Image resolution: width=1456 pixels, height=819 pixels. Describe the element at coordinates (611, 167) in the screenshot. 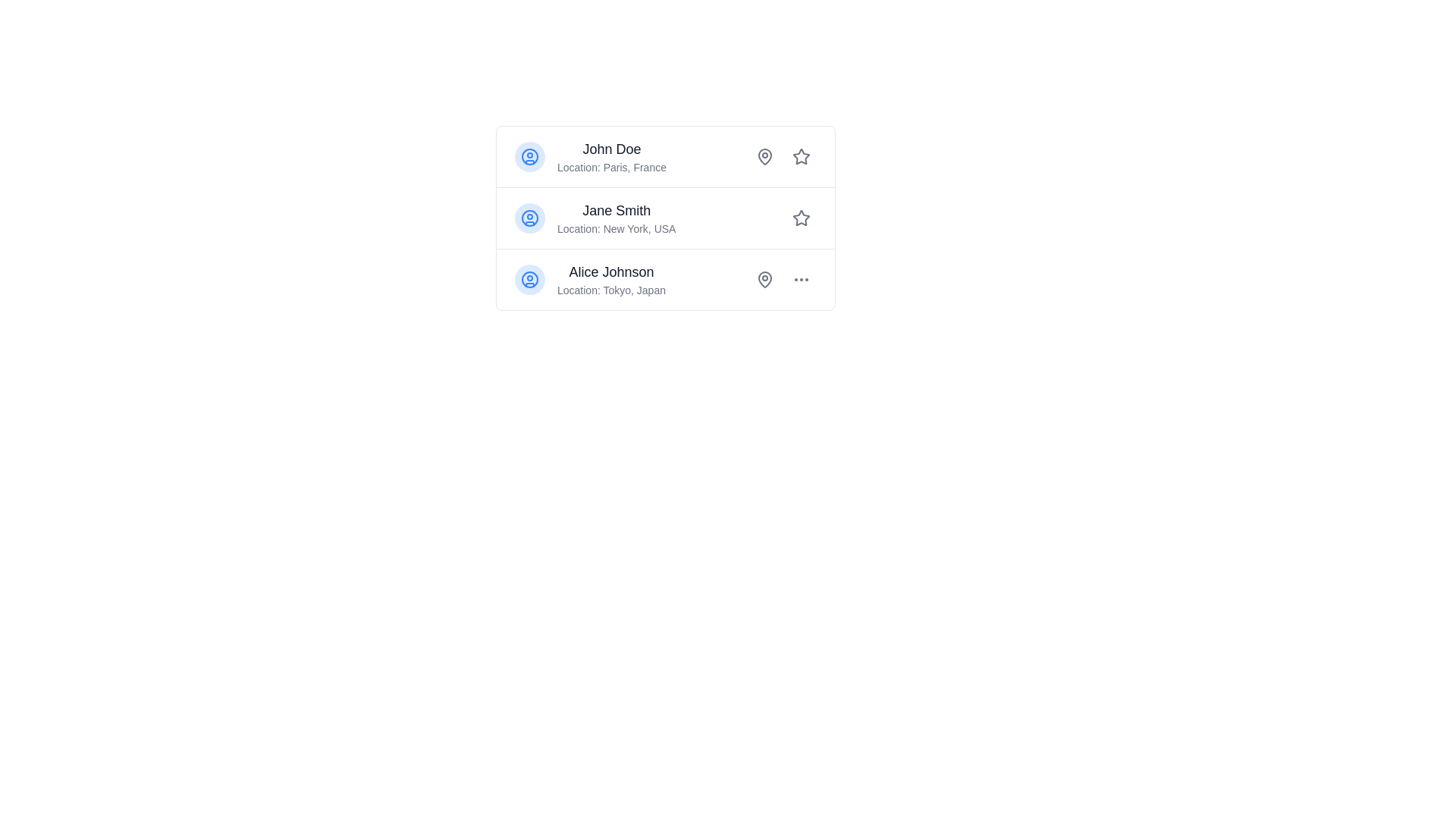

I see `the text label displaying 'Location: Paris, France', which is situated below the 'John Doe' label in the top-left section of the UI` at that location.